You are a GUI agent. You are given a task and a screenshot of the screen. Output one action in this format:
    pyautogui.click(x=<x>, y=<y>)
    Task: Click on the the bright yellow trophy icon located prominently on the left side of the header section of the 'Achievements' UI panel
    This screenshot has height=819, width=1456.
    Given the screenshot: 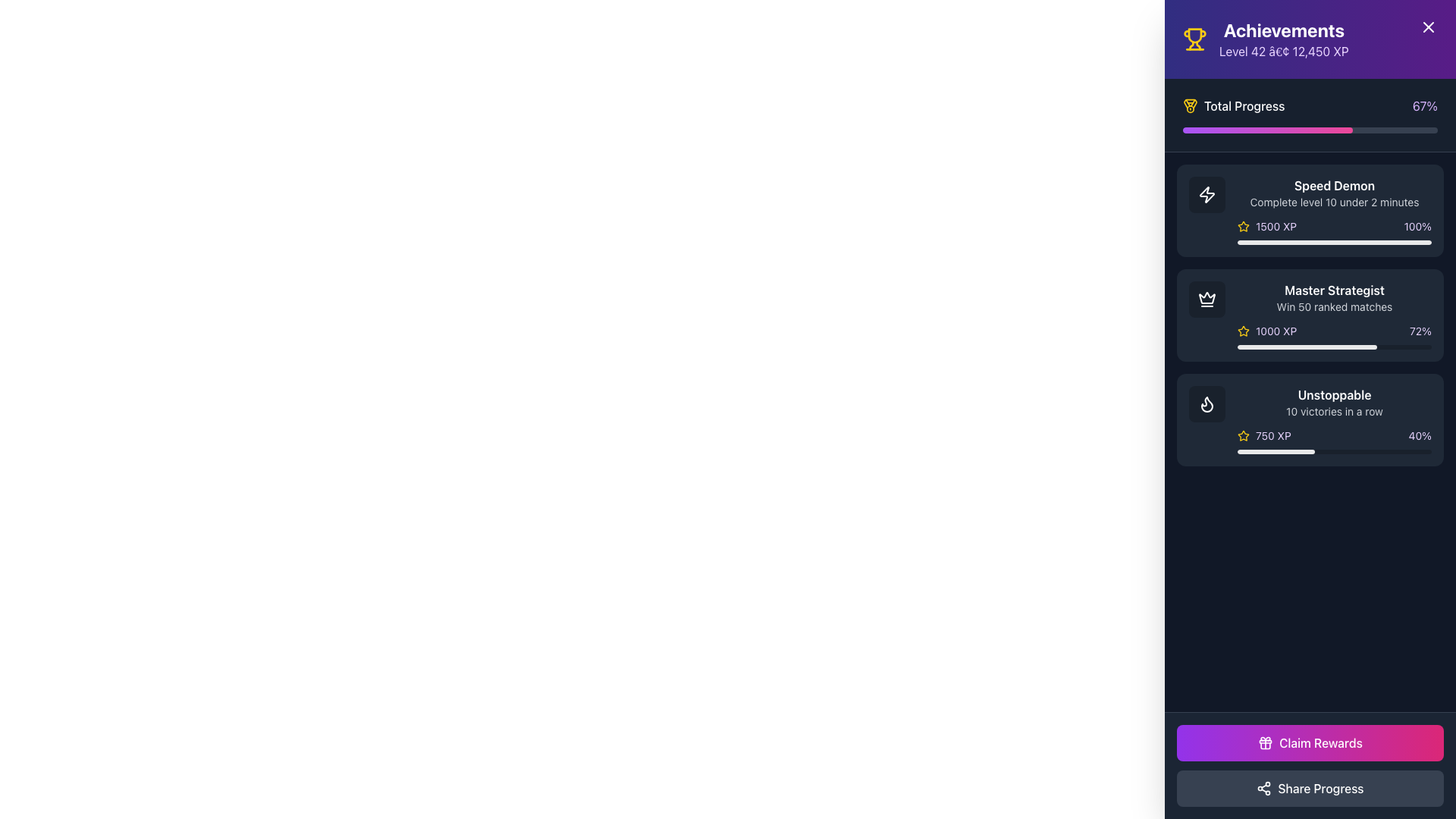 What is the action you would take?
    pyautogui.click(x=1194, y=38)
    